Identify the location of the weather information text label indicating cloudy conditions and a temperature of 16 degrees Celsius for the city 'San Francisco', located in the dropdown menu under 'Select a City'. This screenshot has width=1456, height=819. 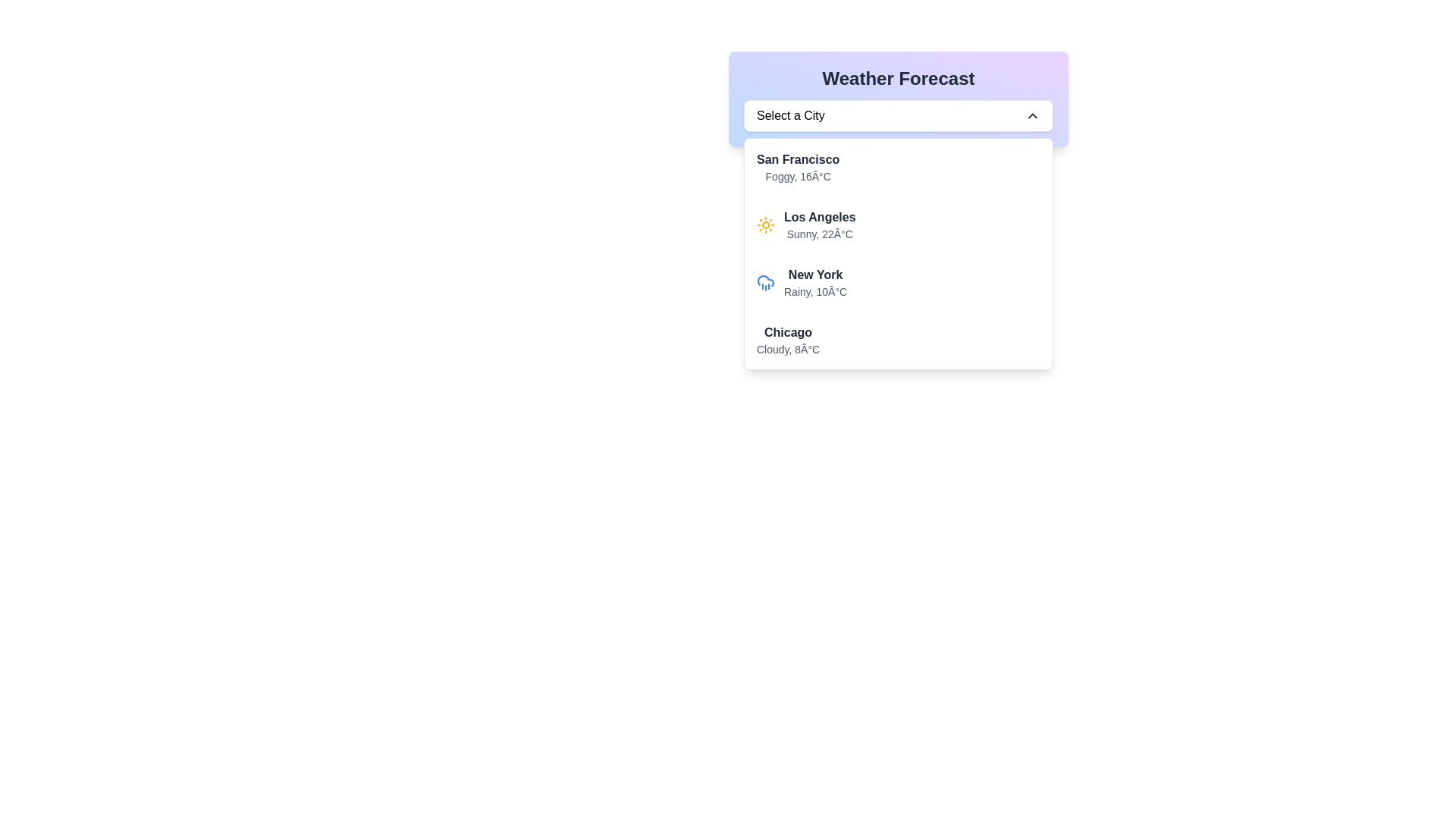
(797, 175).